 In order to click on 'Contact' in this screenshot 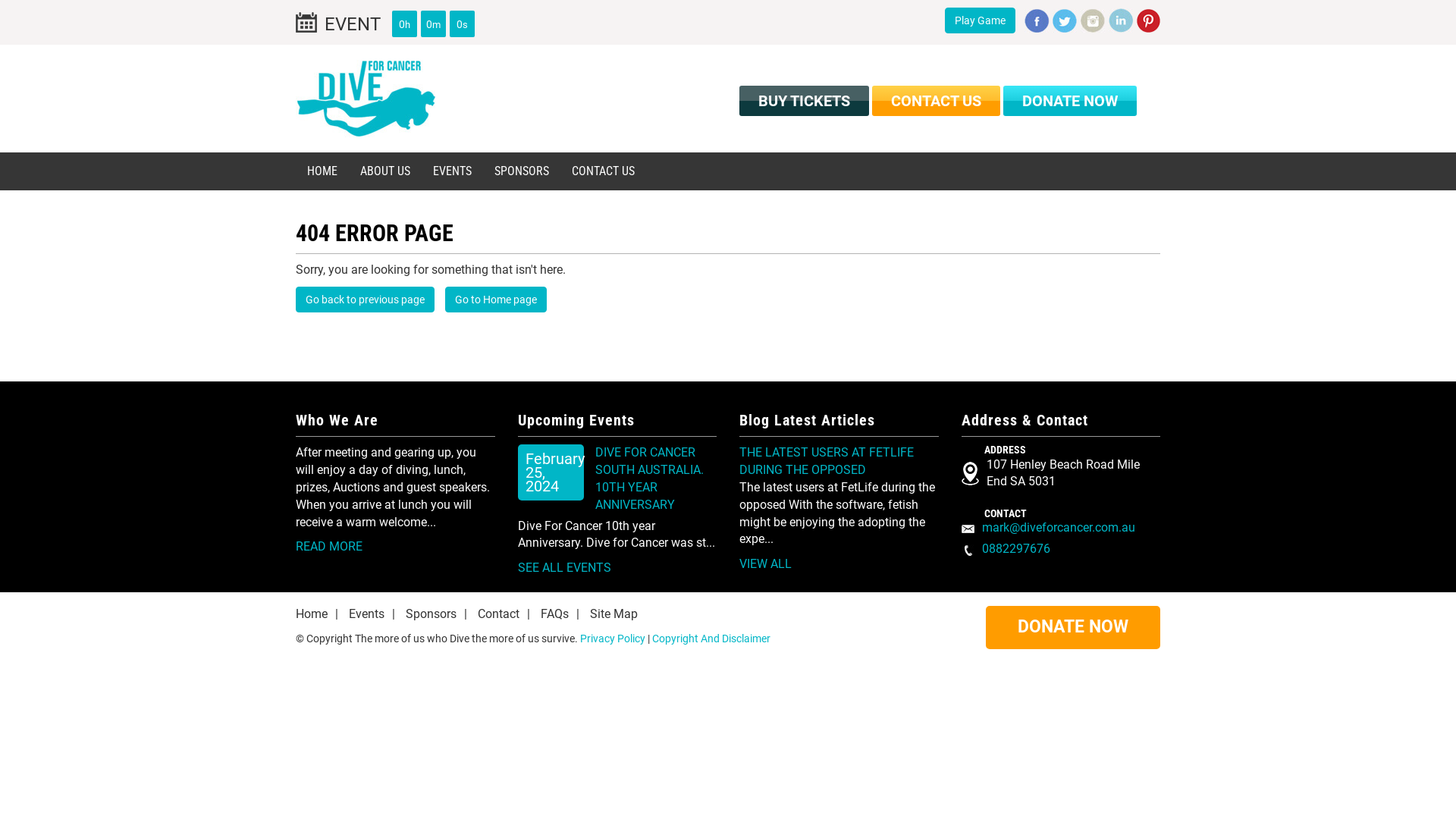, I will do `click(476, 614)`.